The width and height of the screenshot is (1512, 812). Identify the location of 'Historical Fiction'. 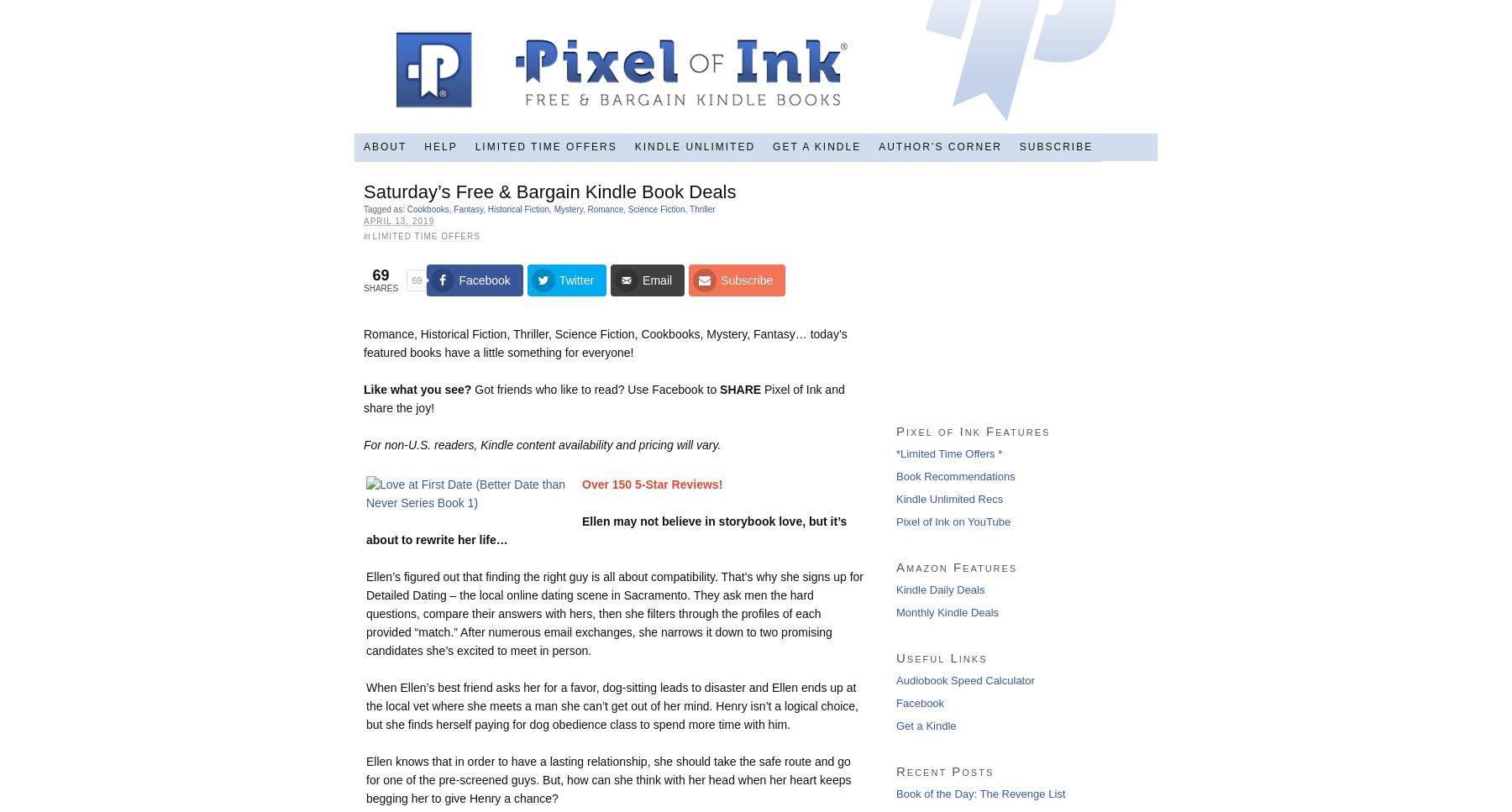
(518, 208).